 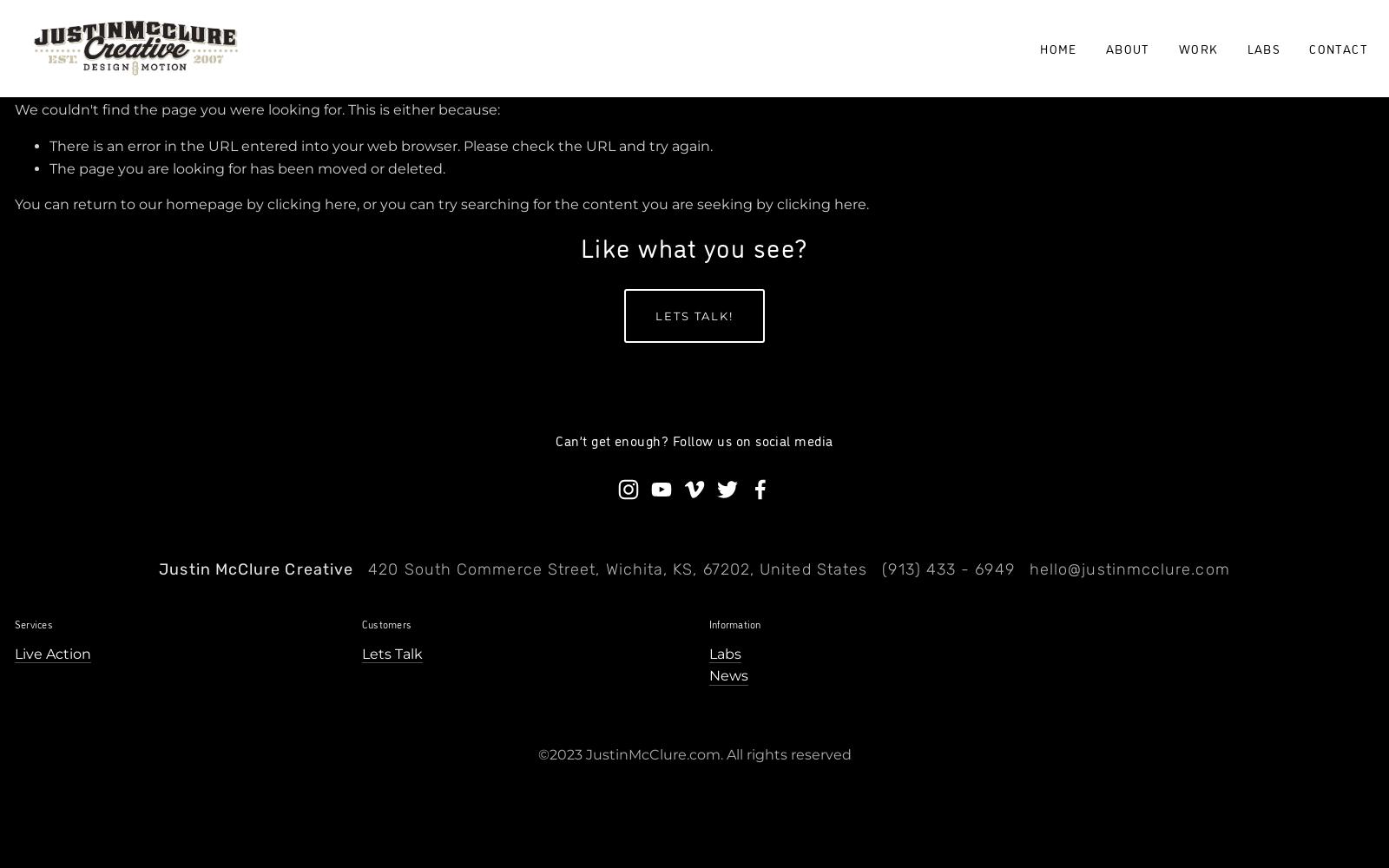 What do you see at coordinates (1128, 569) in the screenshot?
I see `'hello@justinmcclure.com'` at bounding box center [1128, 569].